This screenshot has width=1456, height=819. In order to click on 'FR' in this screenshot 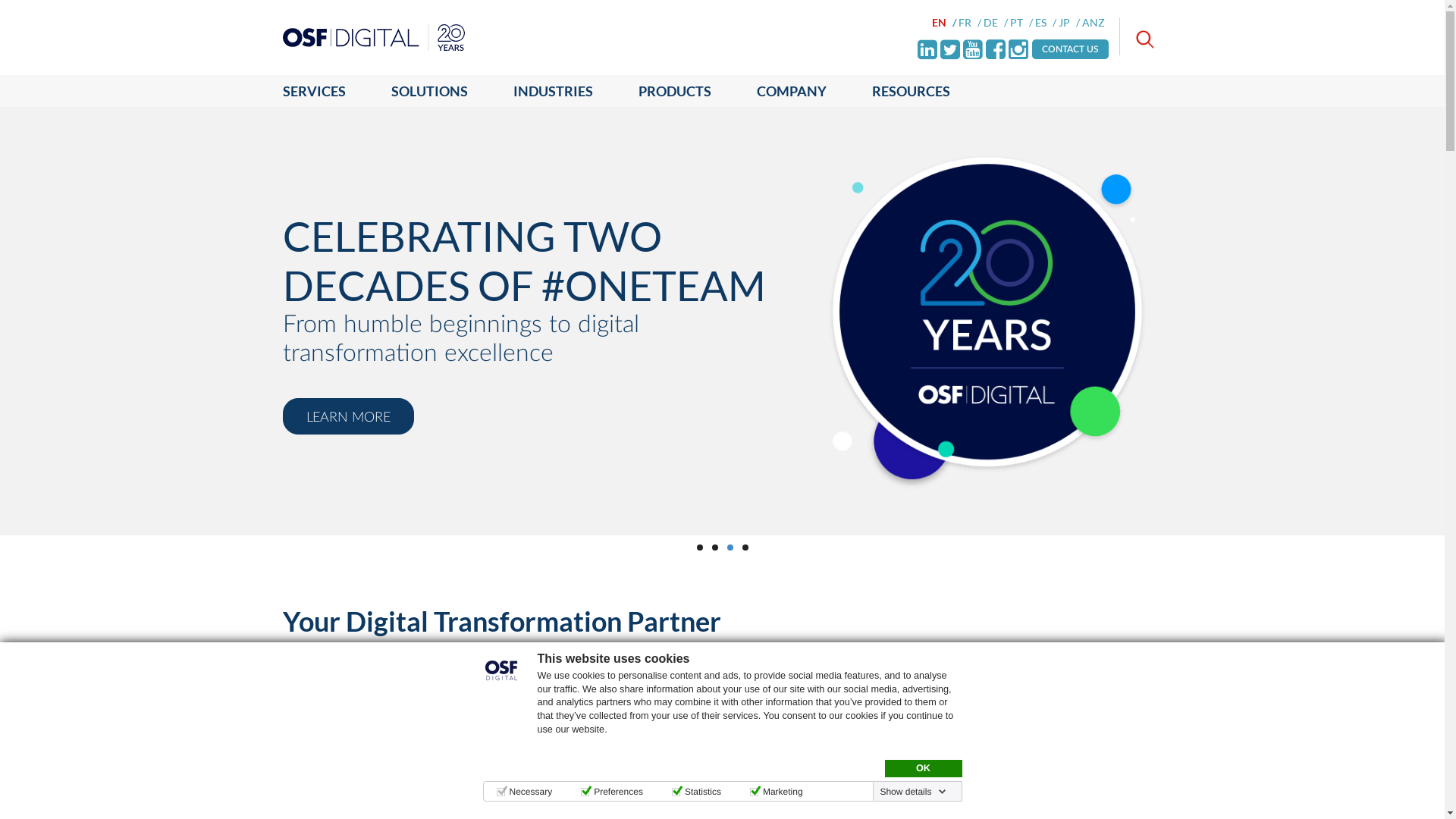, I will do `click(968, 22)`.